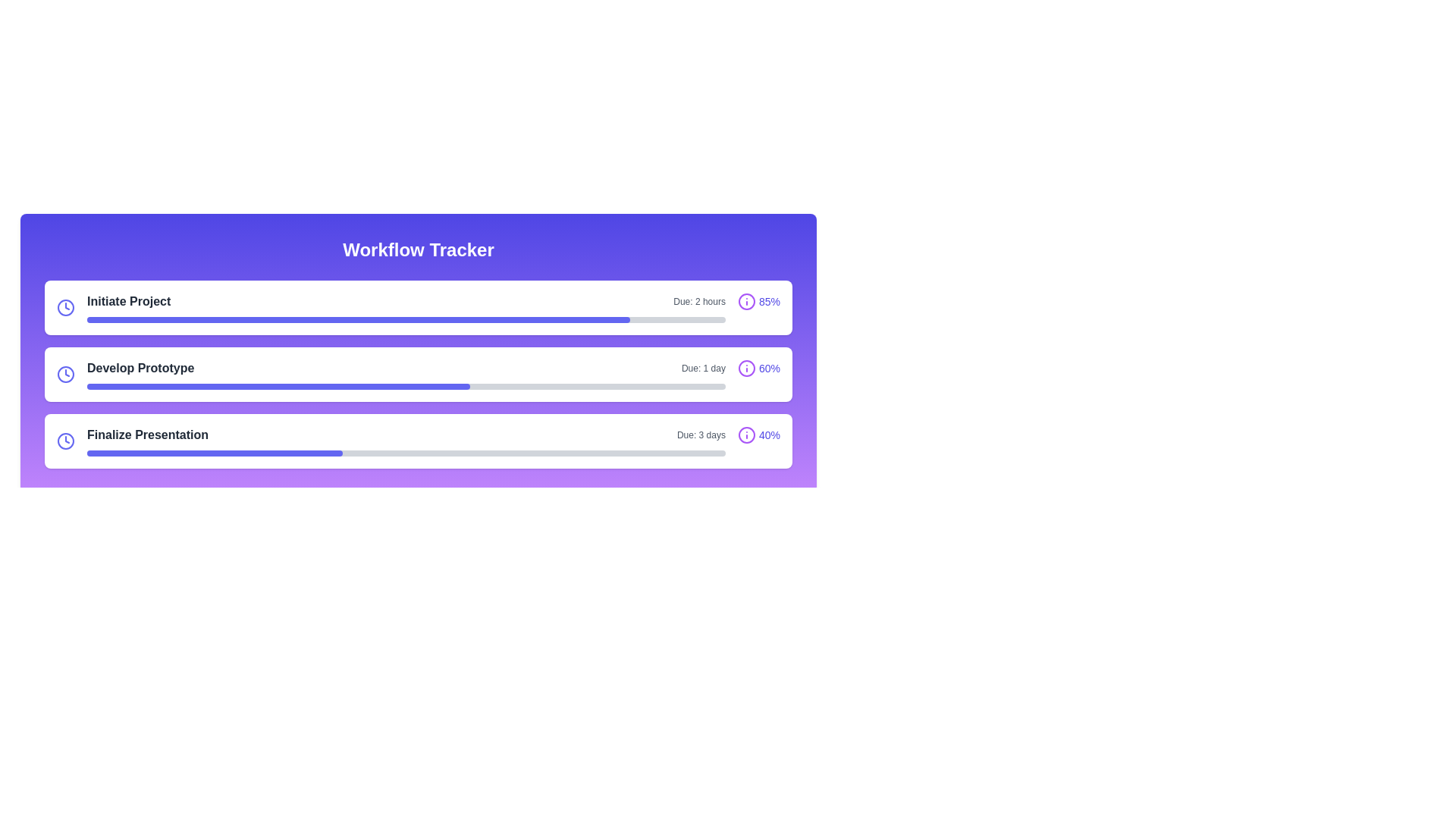 The image size is (1456, 819). I want to click on the Text label indicating the due time or deadline for the task 'Initiate Project', located in the first task row of the workflow tracker interface, positioned to the right of the percentage completion indicator (85%), so click(698, 301).